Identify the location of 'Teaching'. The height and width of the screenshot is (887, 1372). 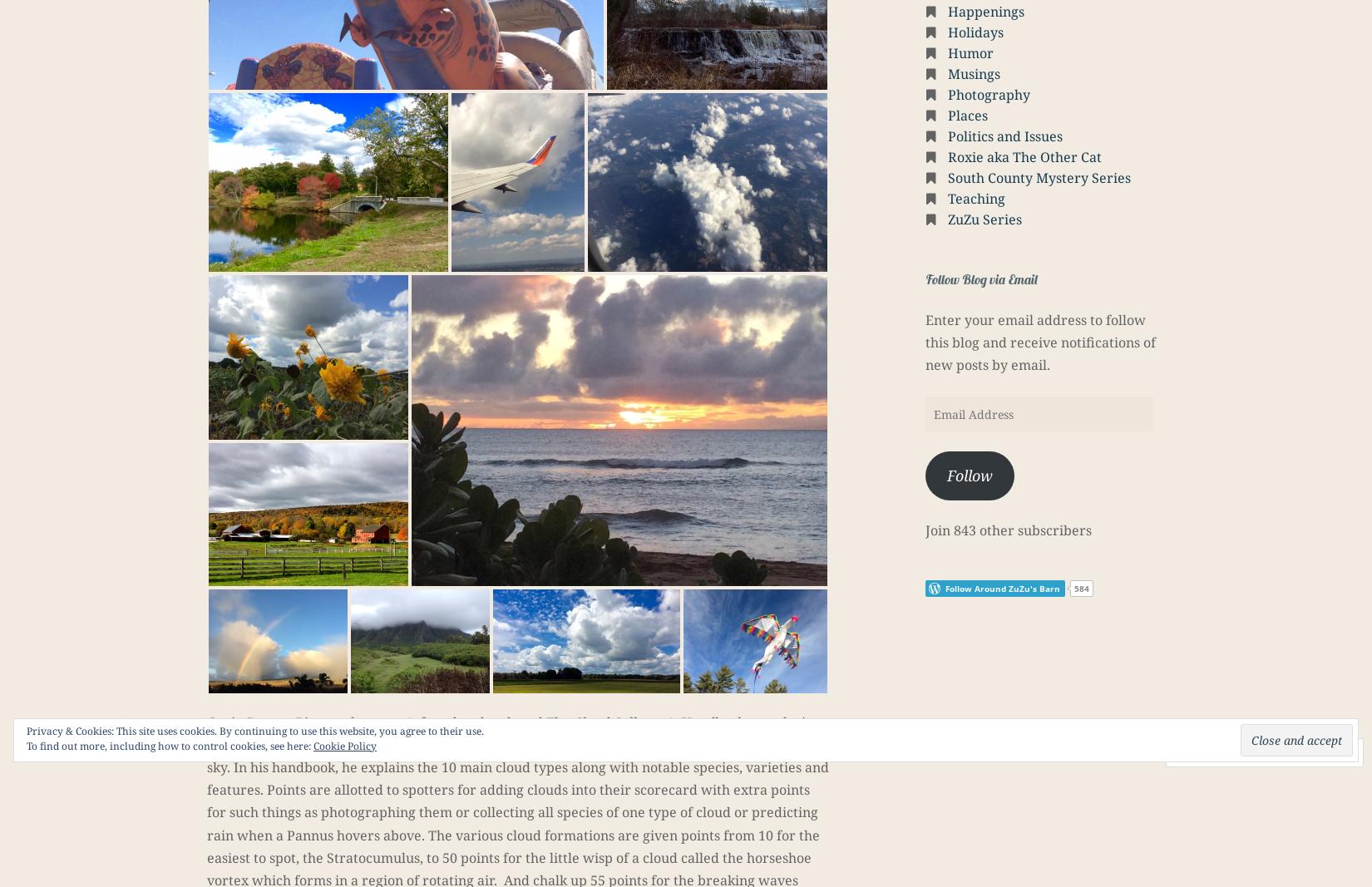
(976, 199).